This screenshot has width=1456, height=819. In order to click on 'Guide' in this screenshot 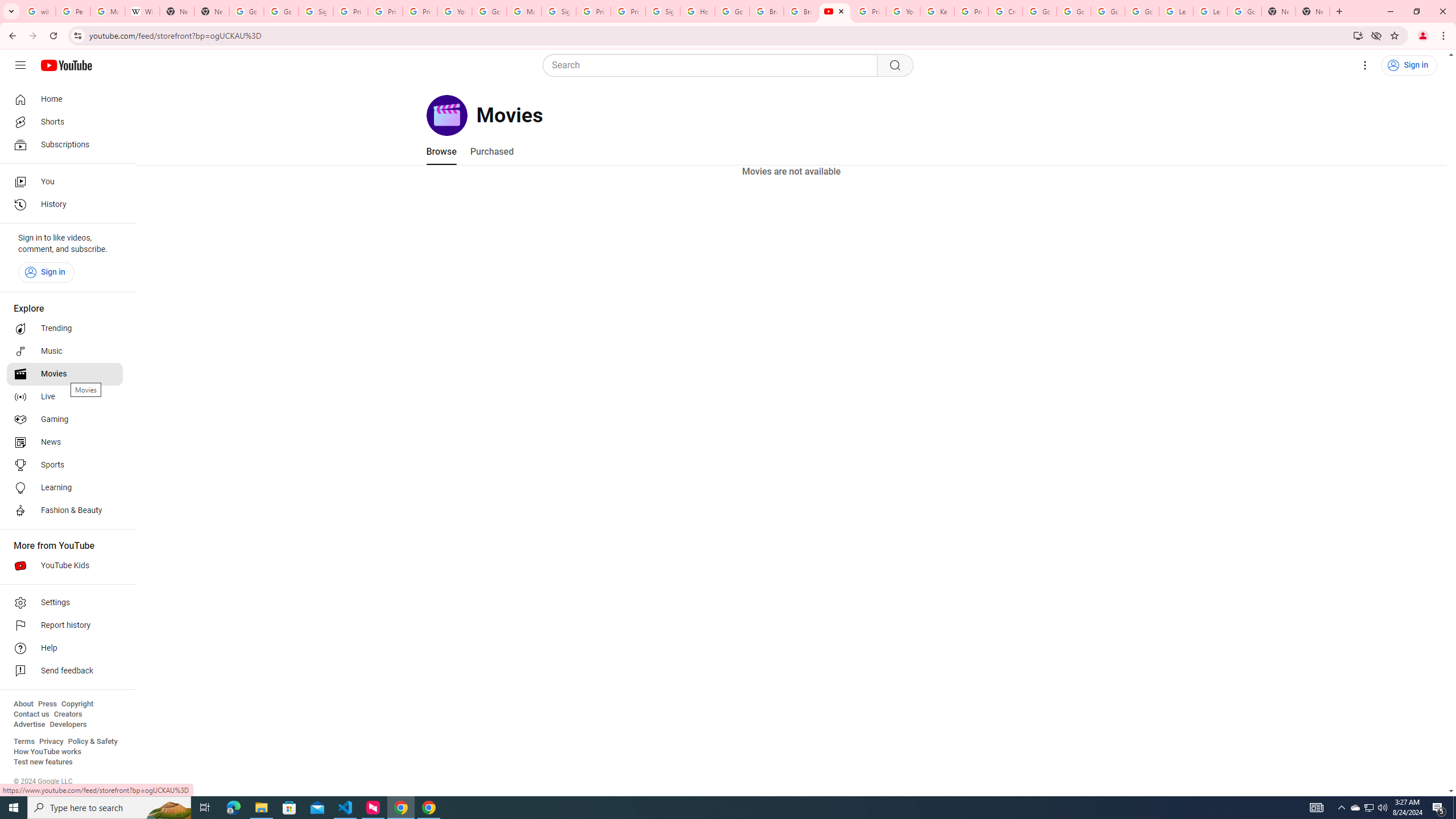, I will do `click(19, 65)`.